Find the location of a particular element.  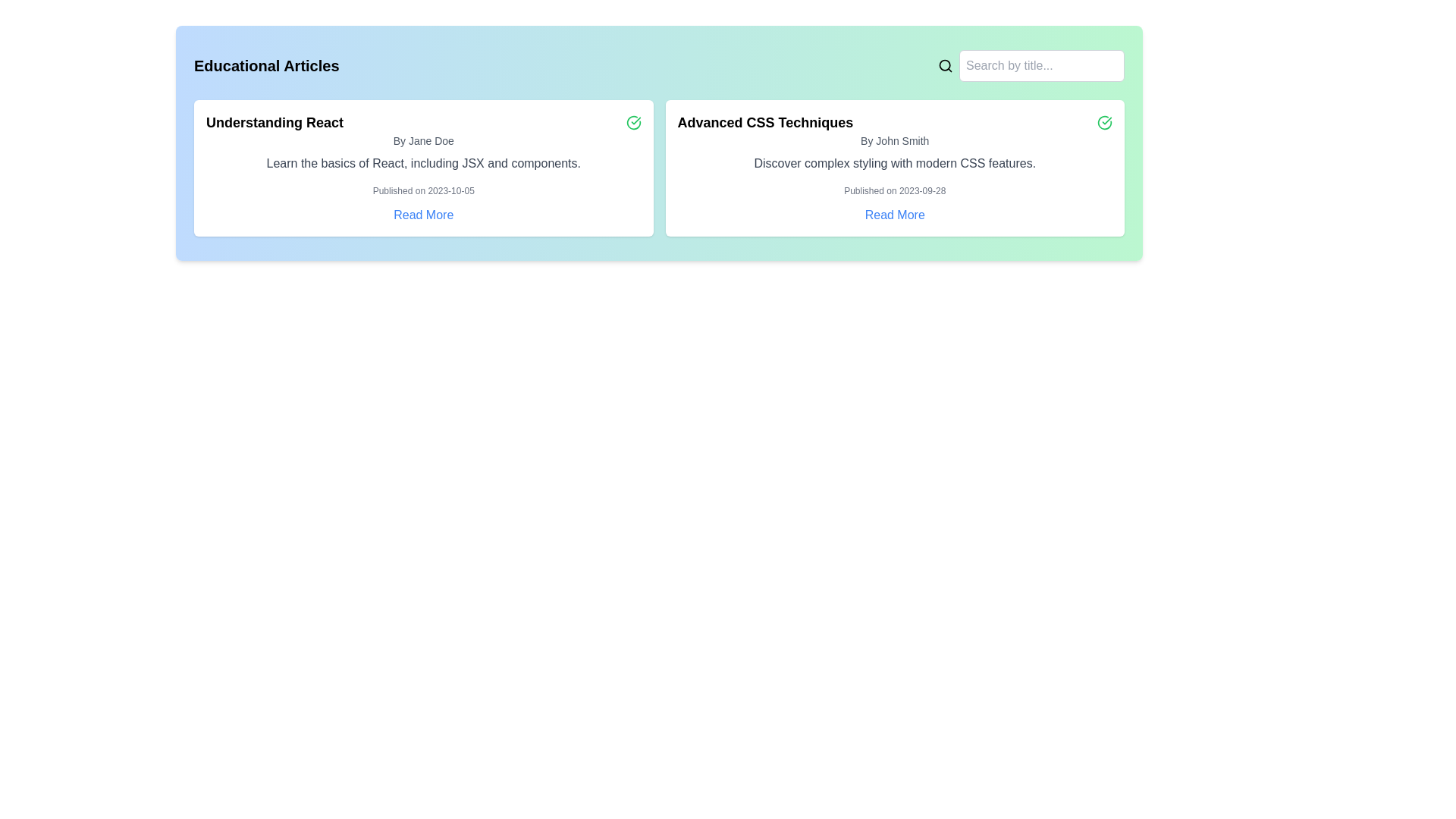

text content of the header labeled 'Educational Articles' located on the left side above the article cards is located at coordinates (266, 65).